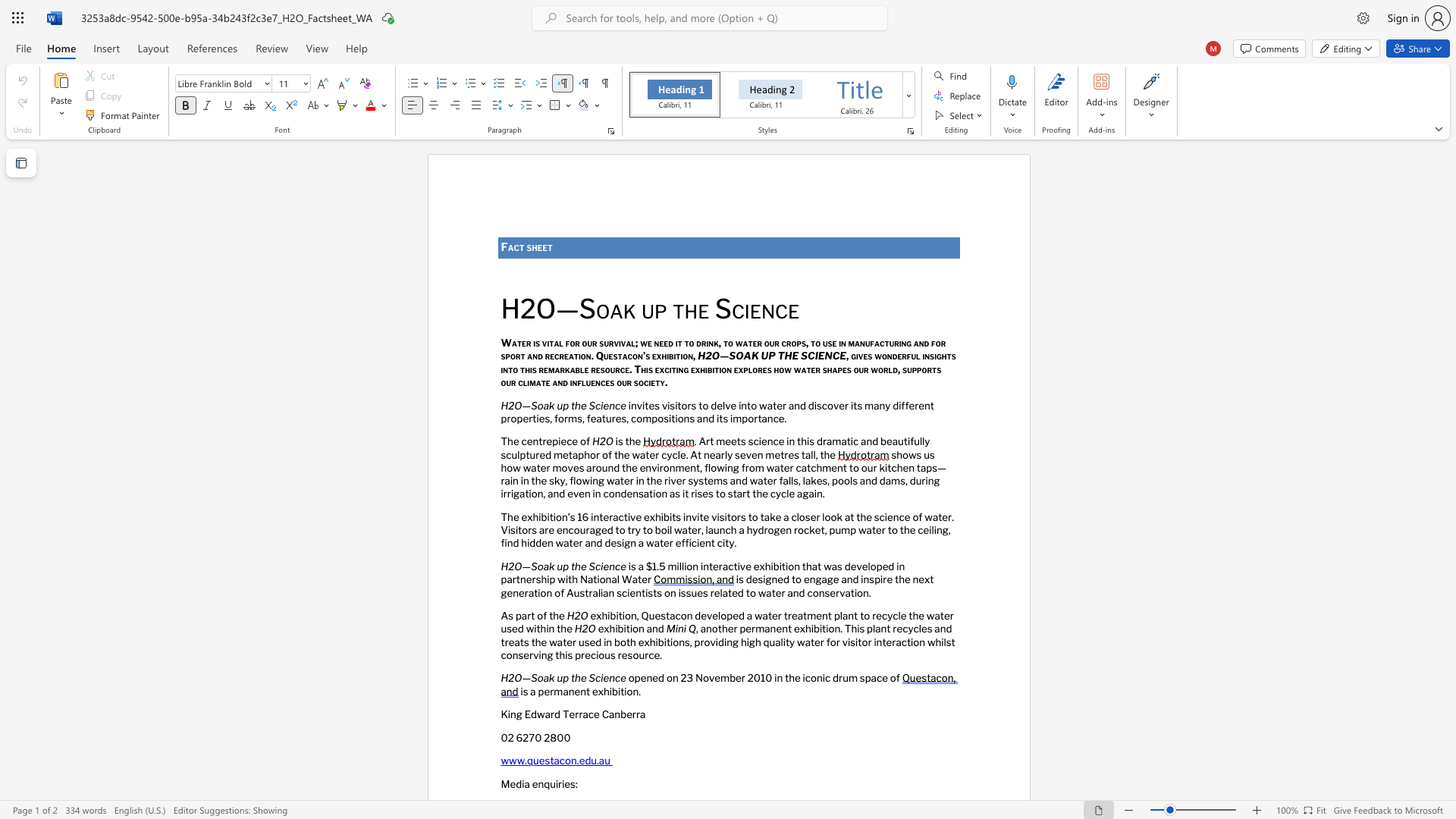 The width and height of the screenshot is (1456, 819). What do you see at coordinates (857, 404) in the screenshot?
I see `the space between the continuous character "t" and "s" in the text` at bounding box center [857, 404].